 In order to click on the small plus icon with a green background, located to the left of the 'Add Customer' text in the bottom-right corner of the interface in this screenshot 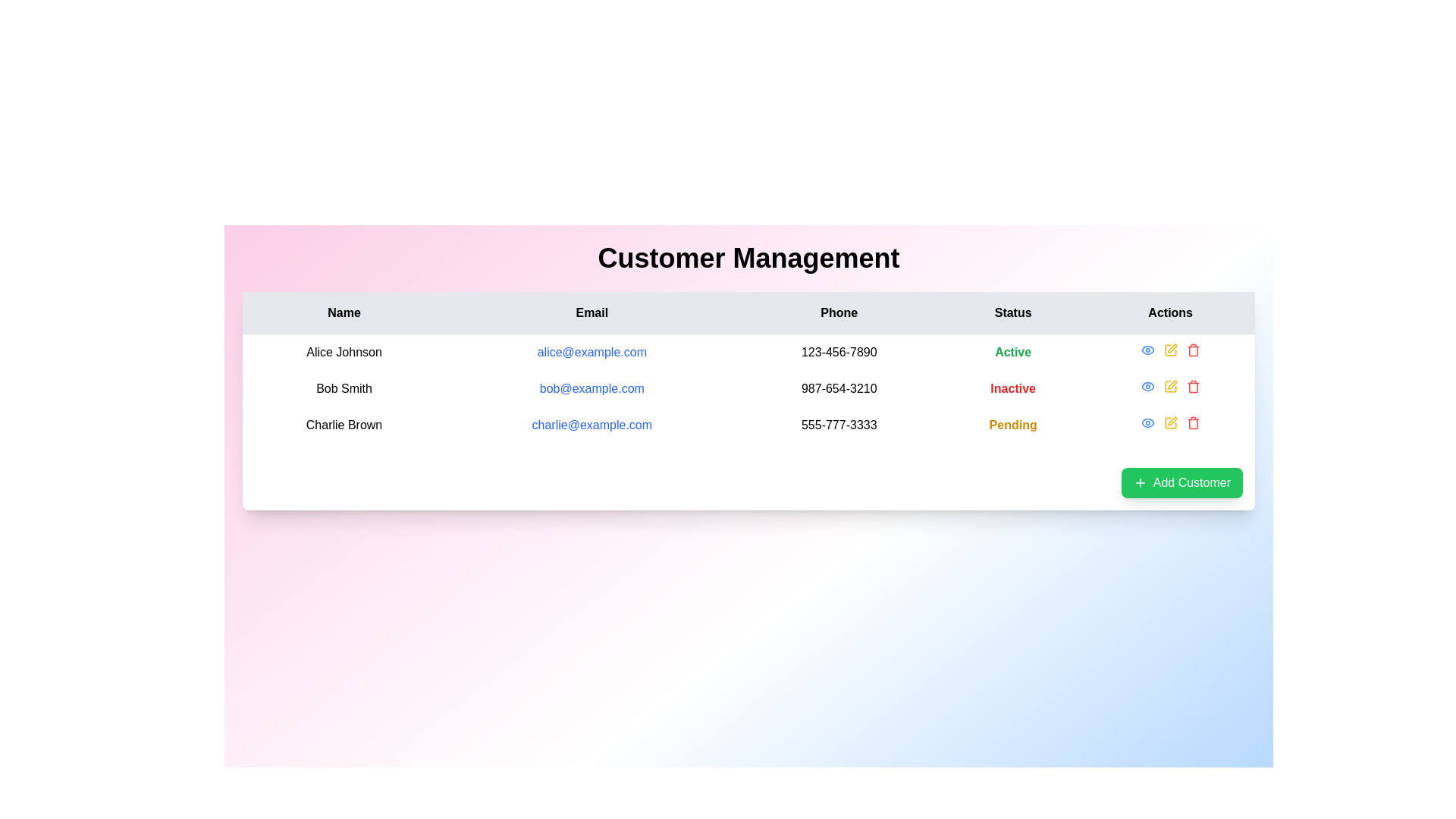, I will do `click(1140, 482)`.